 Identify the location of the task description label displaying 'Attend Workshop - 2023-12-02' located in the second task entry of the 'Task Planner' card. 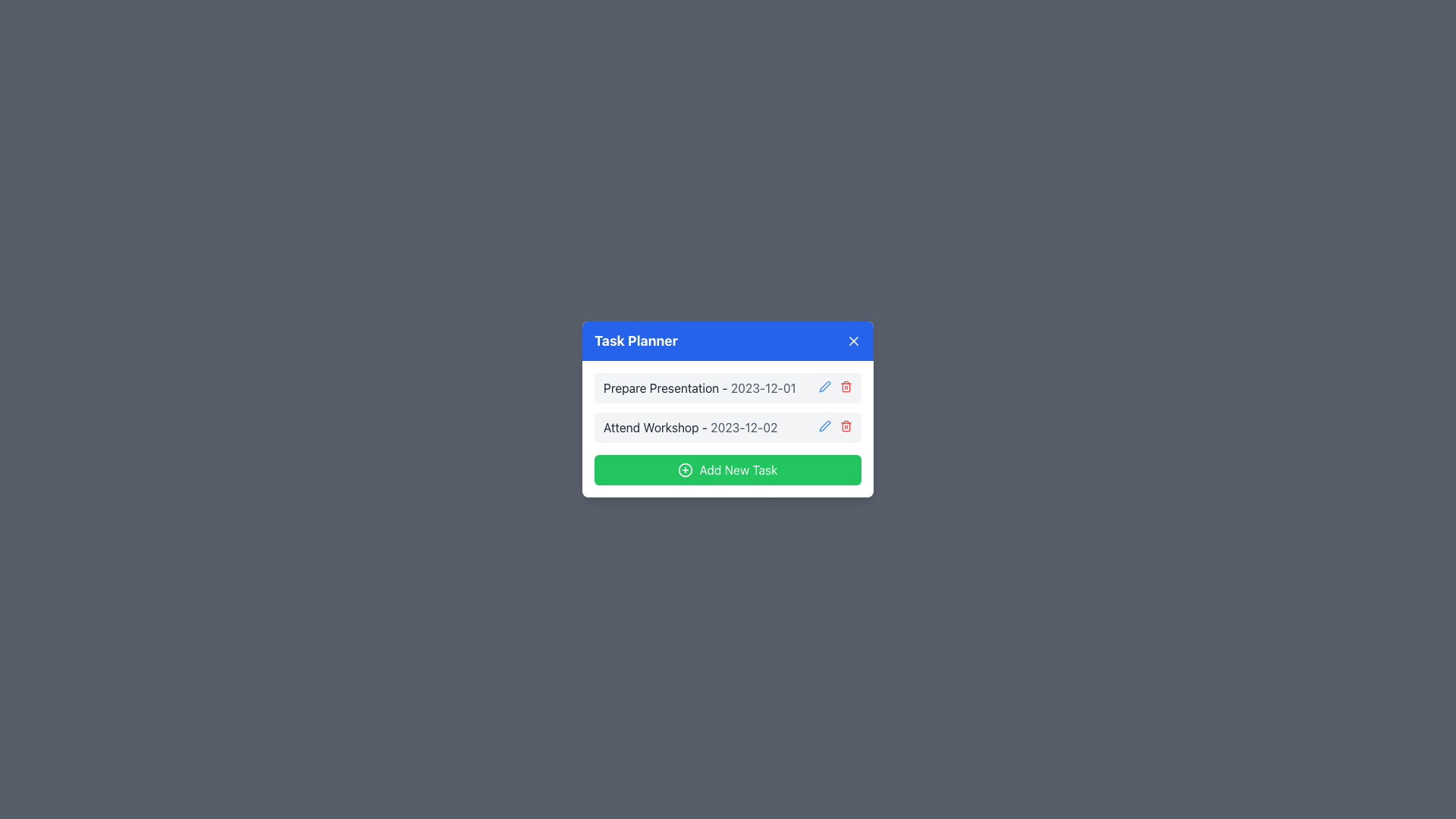
(689, 427).